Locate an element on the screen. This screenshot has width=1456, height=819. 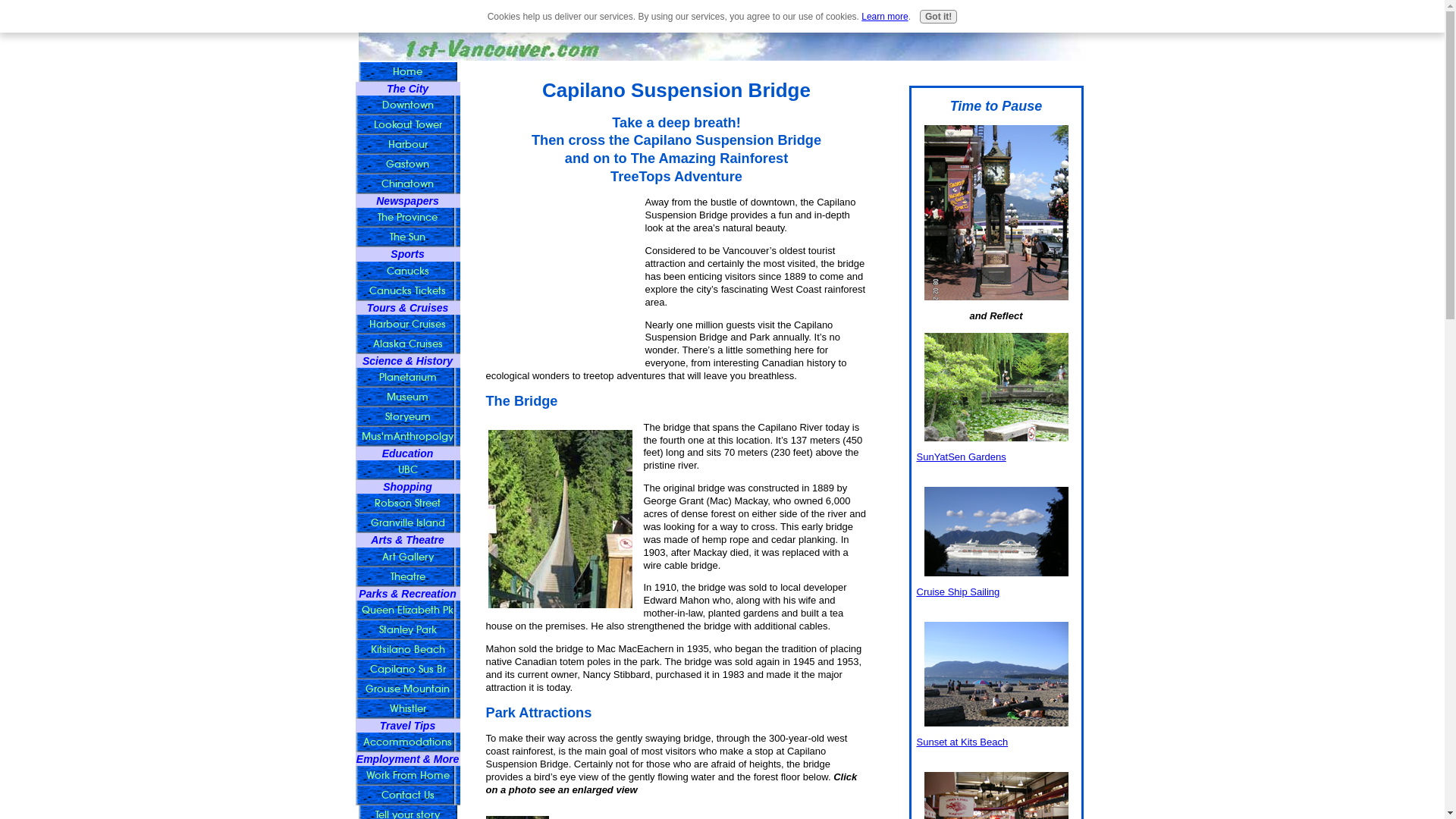
'Queen Elizabeth Pk' is located at coordinates (407, 610).